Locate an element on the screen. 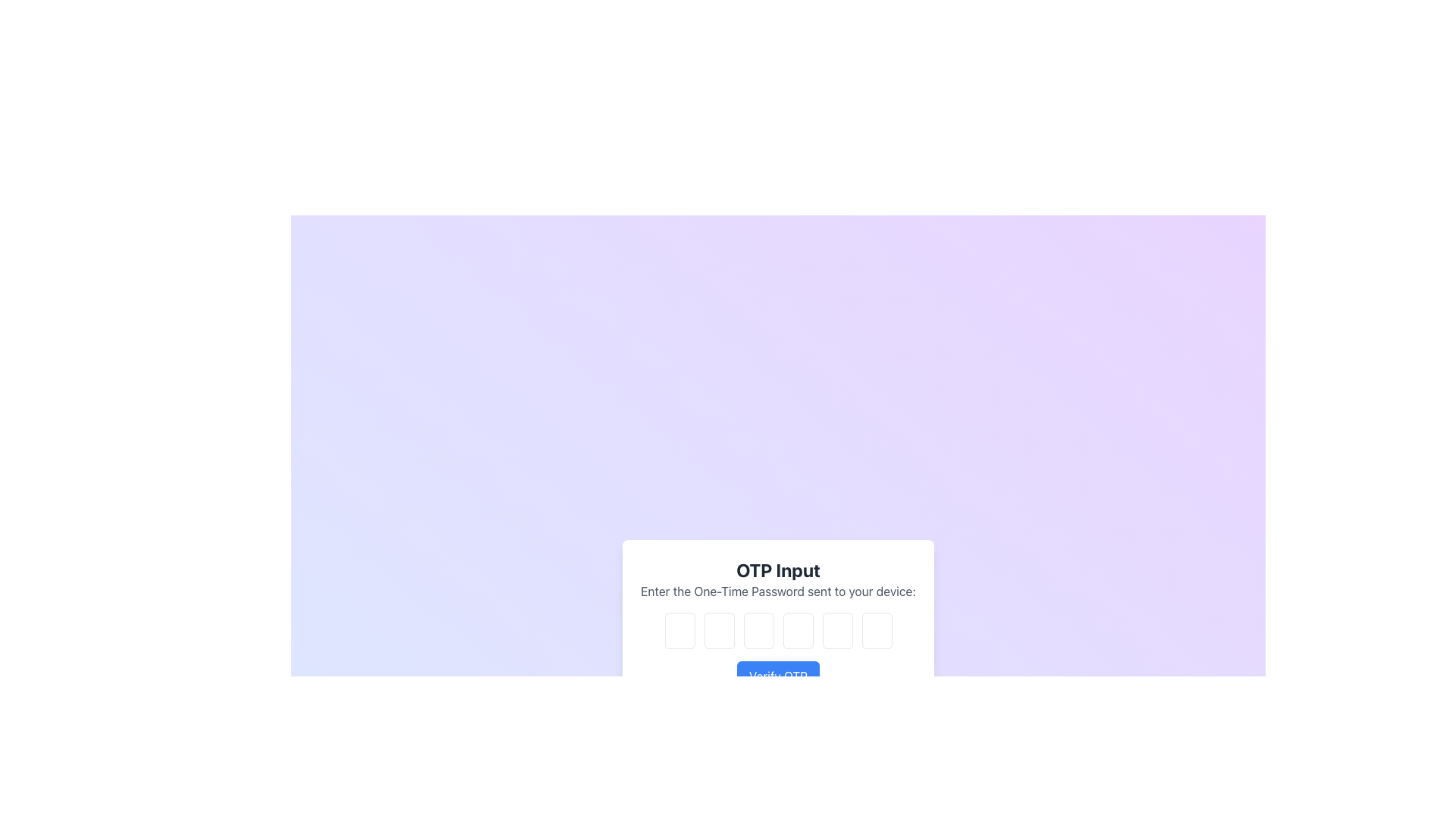 The width and height of the screenshot is (1456, 819). the 'OTP Input' text label, which is styled in large, bold, sans-serif font and has a dark gray color, located at the top of the panel above the OTP input boxes is located at coordinates (778, 570).